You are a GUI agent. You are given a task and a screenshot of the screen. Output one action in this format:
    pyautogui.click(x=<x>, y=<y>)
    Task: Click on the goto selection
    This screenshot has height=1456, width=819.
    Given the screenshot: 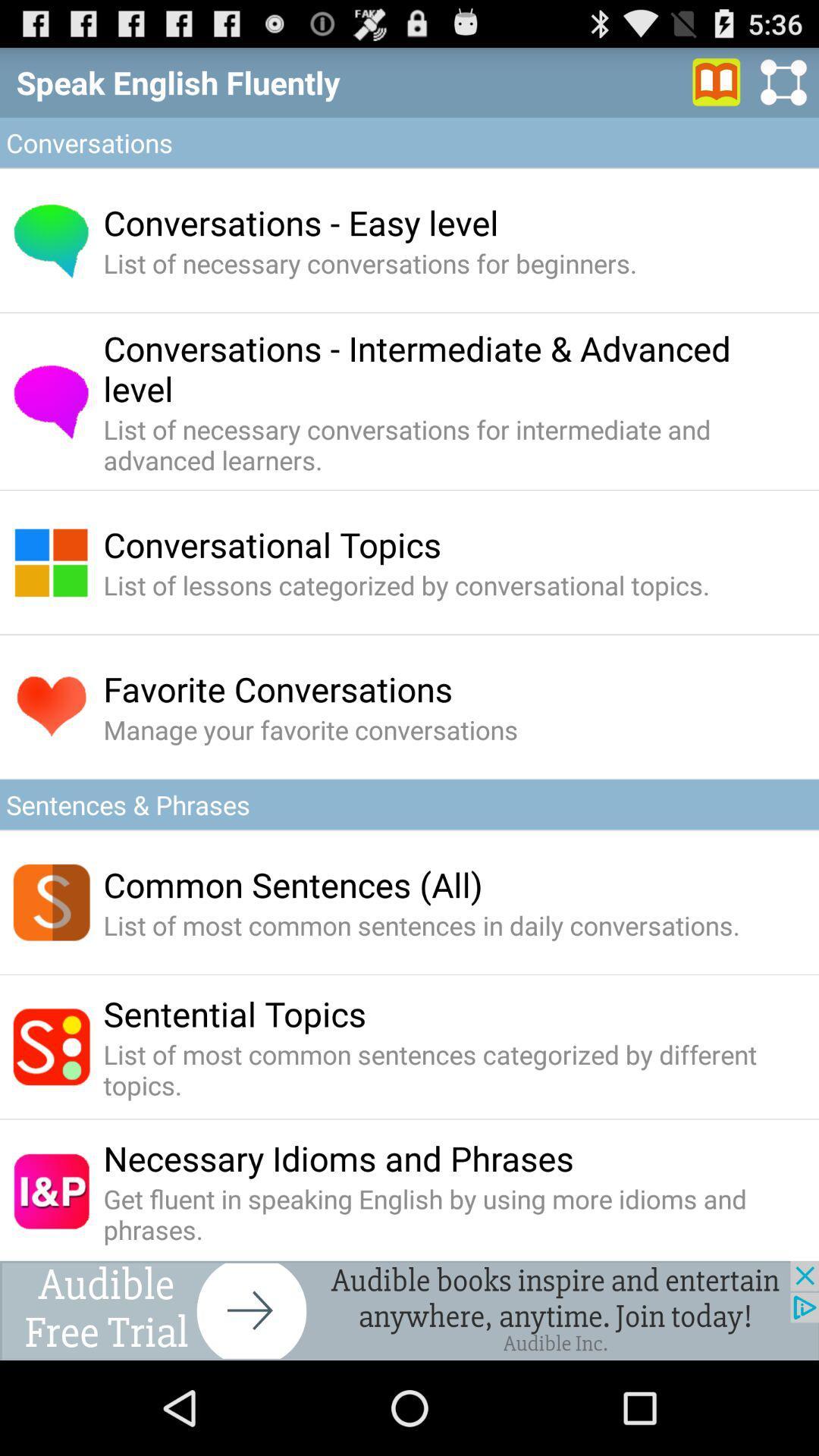 What is the action you would take?
    pyautogui.click(x=717, y=81)
    